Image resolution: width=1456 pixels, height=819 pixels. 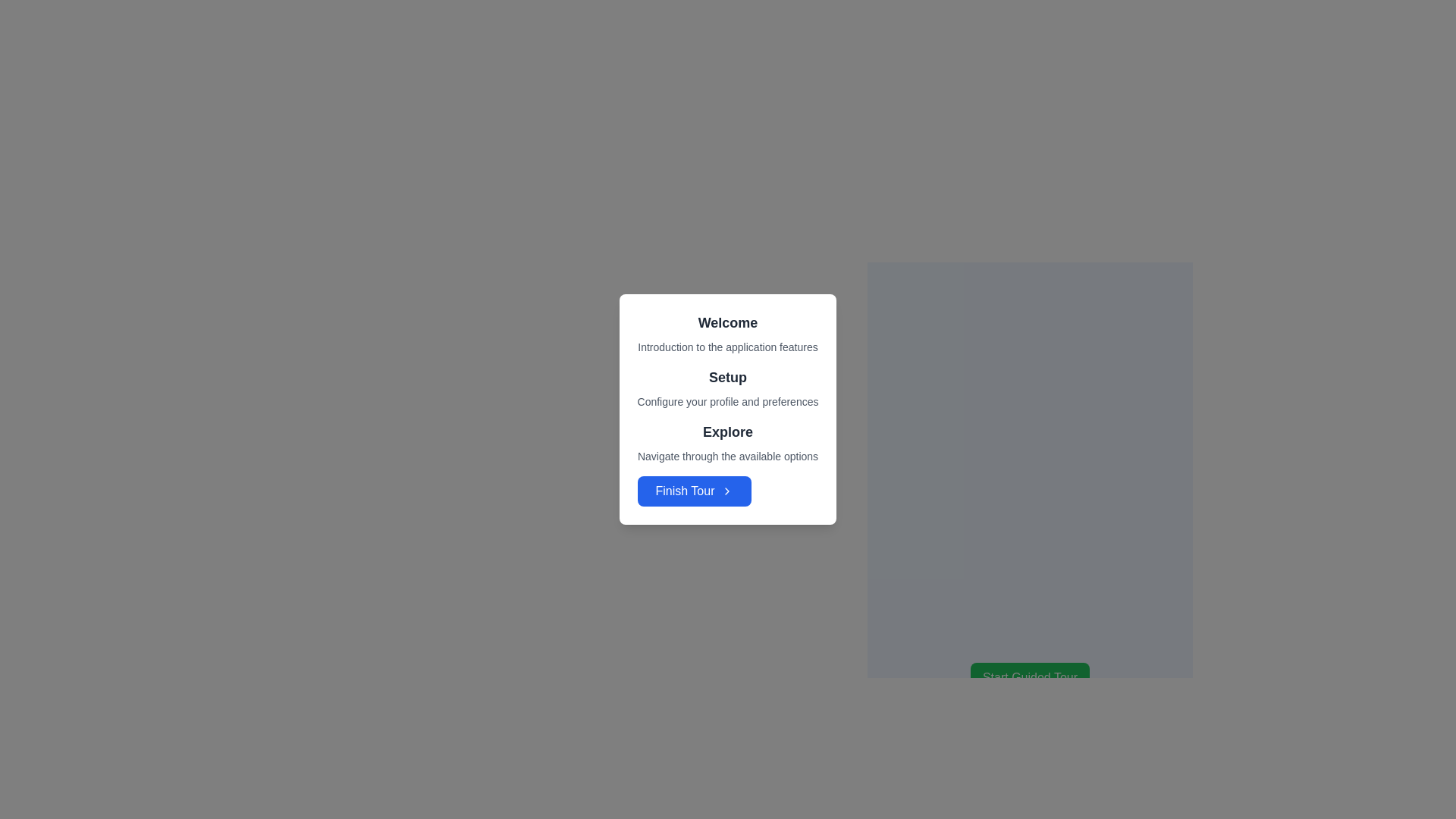 I want to click on the forward navigation icon located on the far-right side of the 'Finish Tour' button at the bottom of the modal, so click(x=726, y=491).